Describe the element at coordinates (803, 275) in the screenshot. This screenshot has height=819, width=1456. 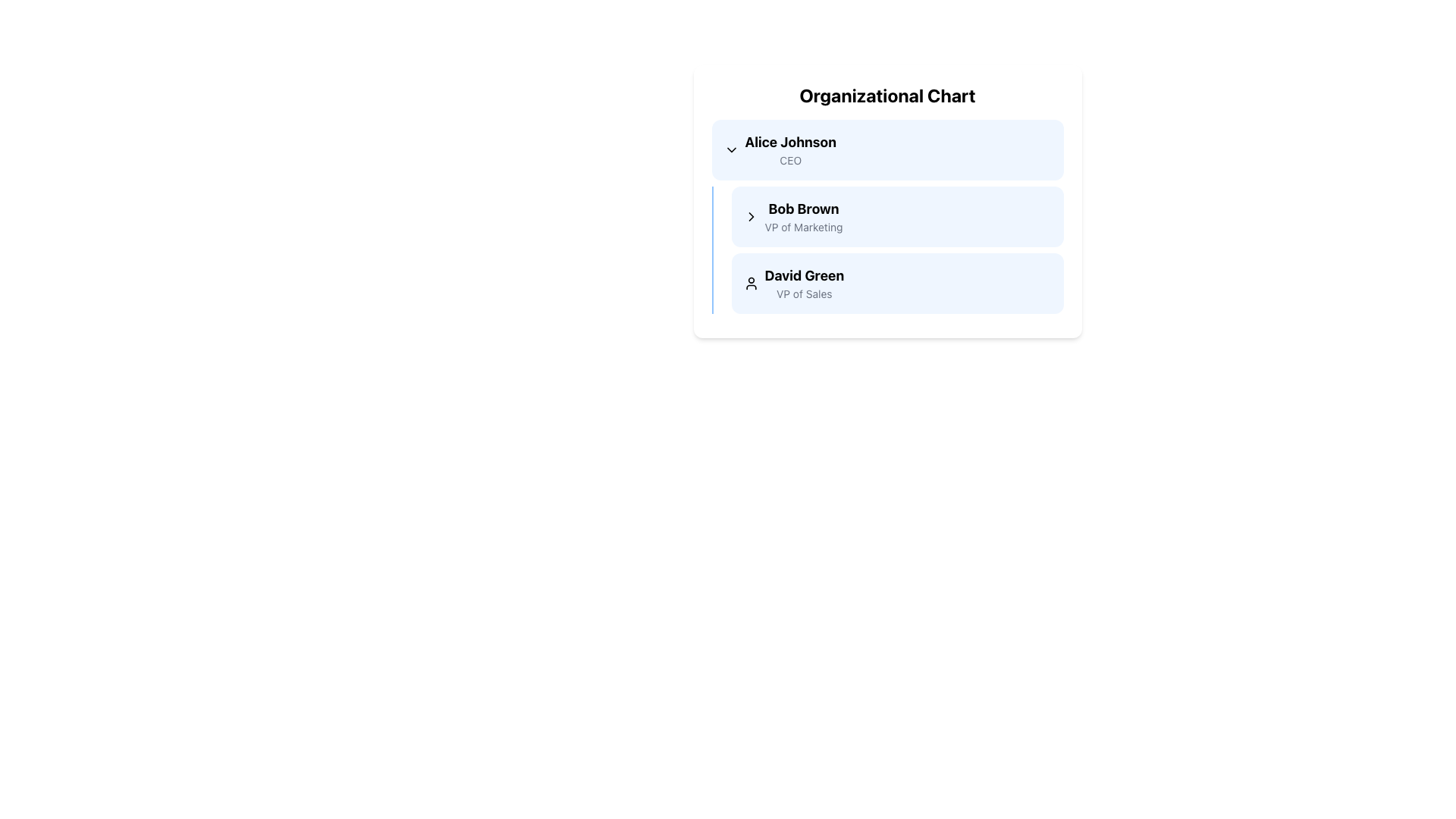
I see `the bold text label displaying the name 'David Green' in the organizational chart` at that location.